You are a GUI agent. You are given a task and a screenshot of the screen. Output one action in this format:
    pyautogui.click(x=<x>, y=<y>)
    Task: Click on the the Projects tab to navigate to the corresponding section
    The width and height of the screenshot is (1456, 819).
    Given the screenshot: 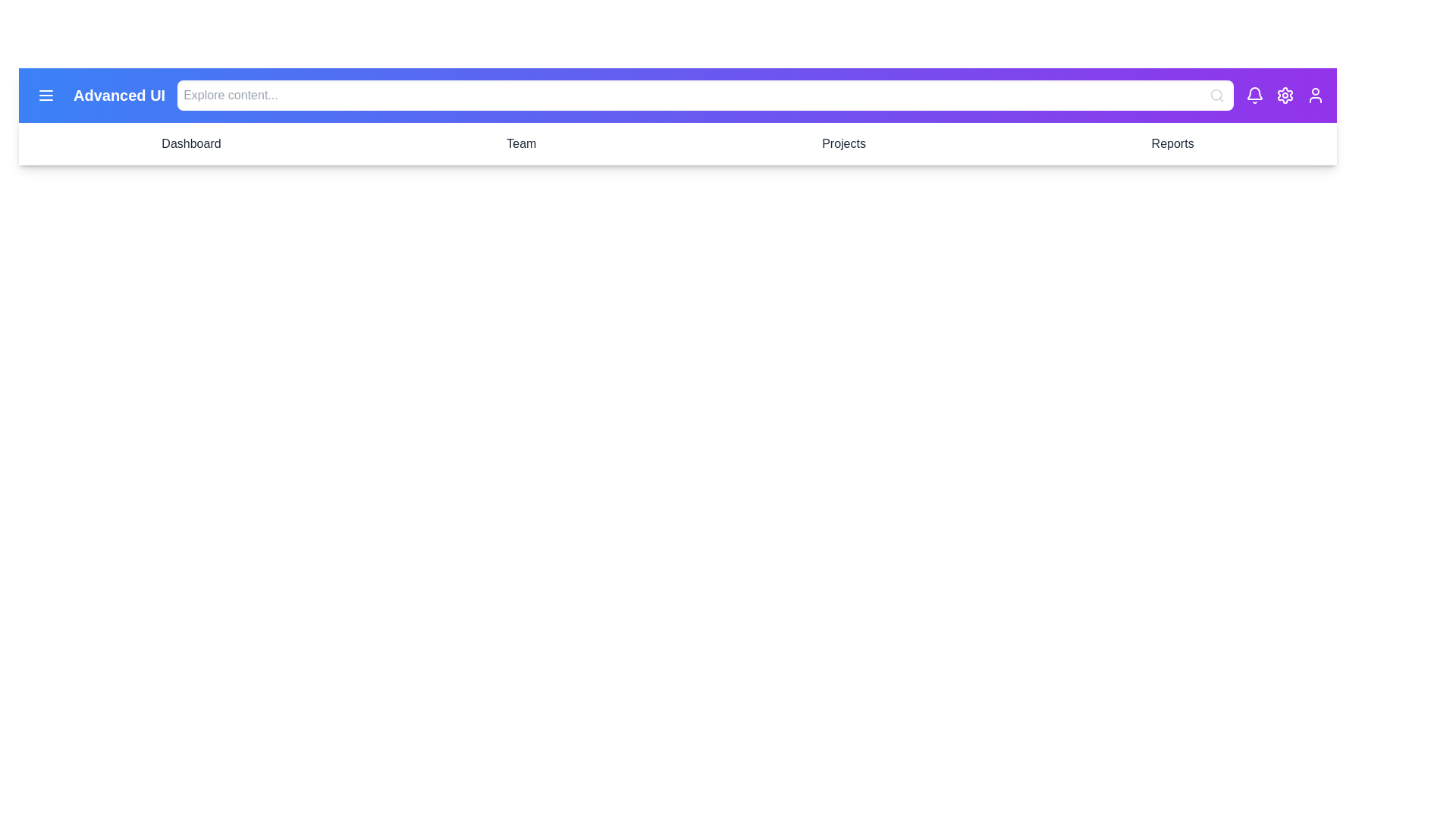 What is the action you would take?
    pyautogui.click(x=843, y=143)
    